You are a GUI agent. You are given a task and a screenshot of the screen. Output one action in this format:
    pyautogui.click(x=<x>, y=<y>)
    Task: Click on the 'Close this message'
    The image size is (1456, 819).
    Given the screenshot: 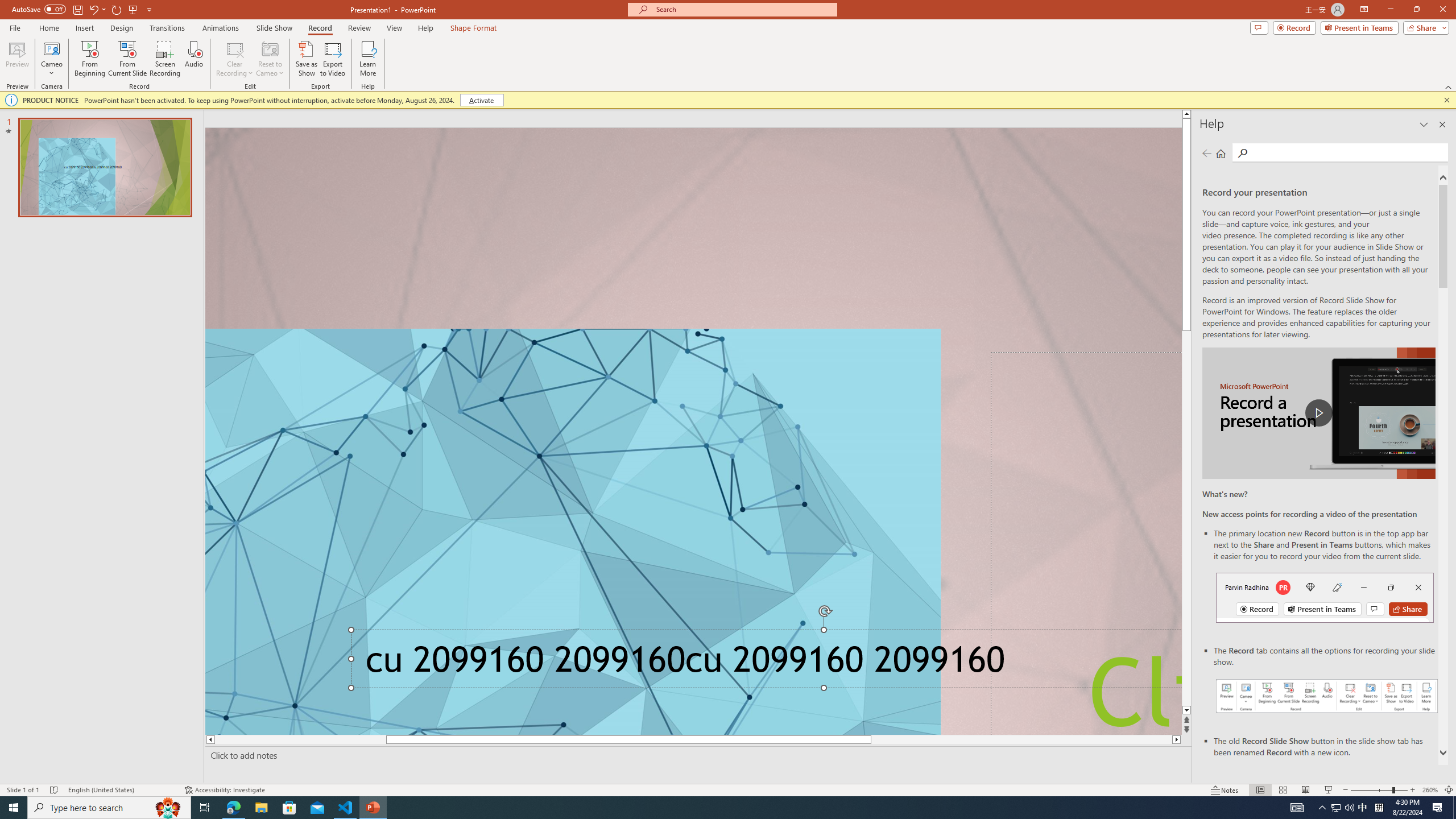 What is the action you would take?
    pyautogui.click(x=1446, y=100)
    